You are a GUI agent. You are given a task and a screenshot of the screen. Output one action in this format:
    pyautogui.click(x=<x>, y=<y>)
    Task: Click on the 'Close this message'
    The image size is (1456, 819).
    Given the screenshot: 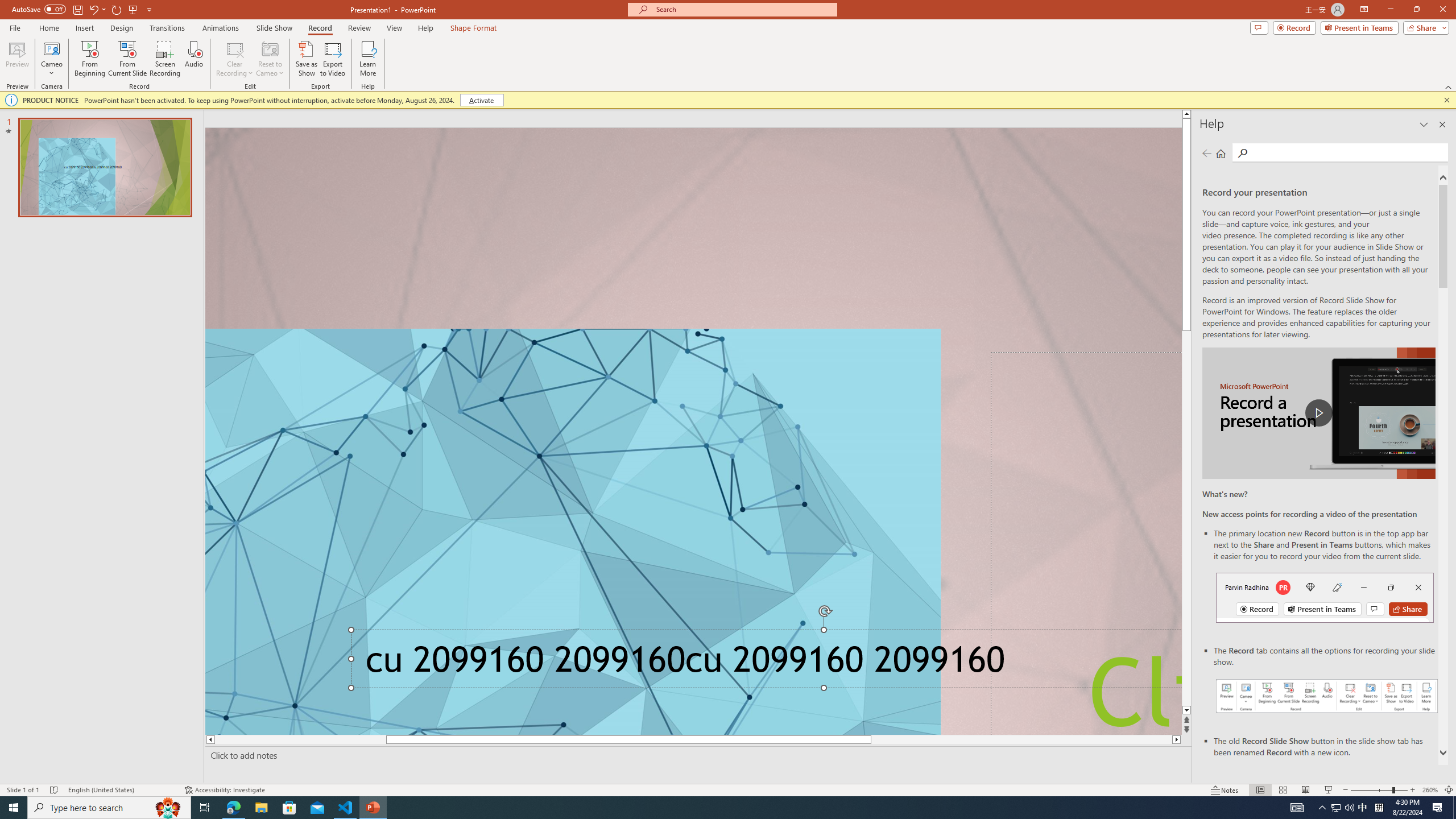 What is the action you would take?
    pyautogui.click(x=1446, y=100)
    